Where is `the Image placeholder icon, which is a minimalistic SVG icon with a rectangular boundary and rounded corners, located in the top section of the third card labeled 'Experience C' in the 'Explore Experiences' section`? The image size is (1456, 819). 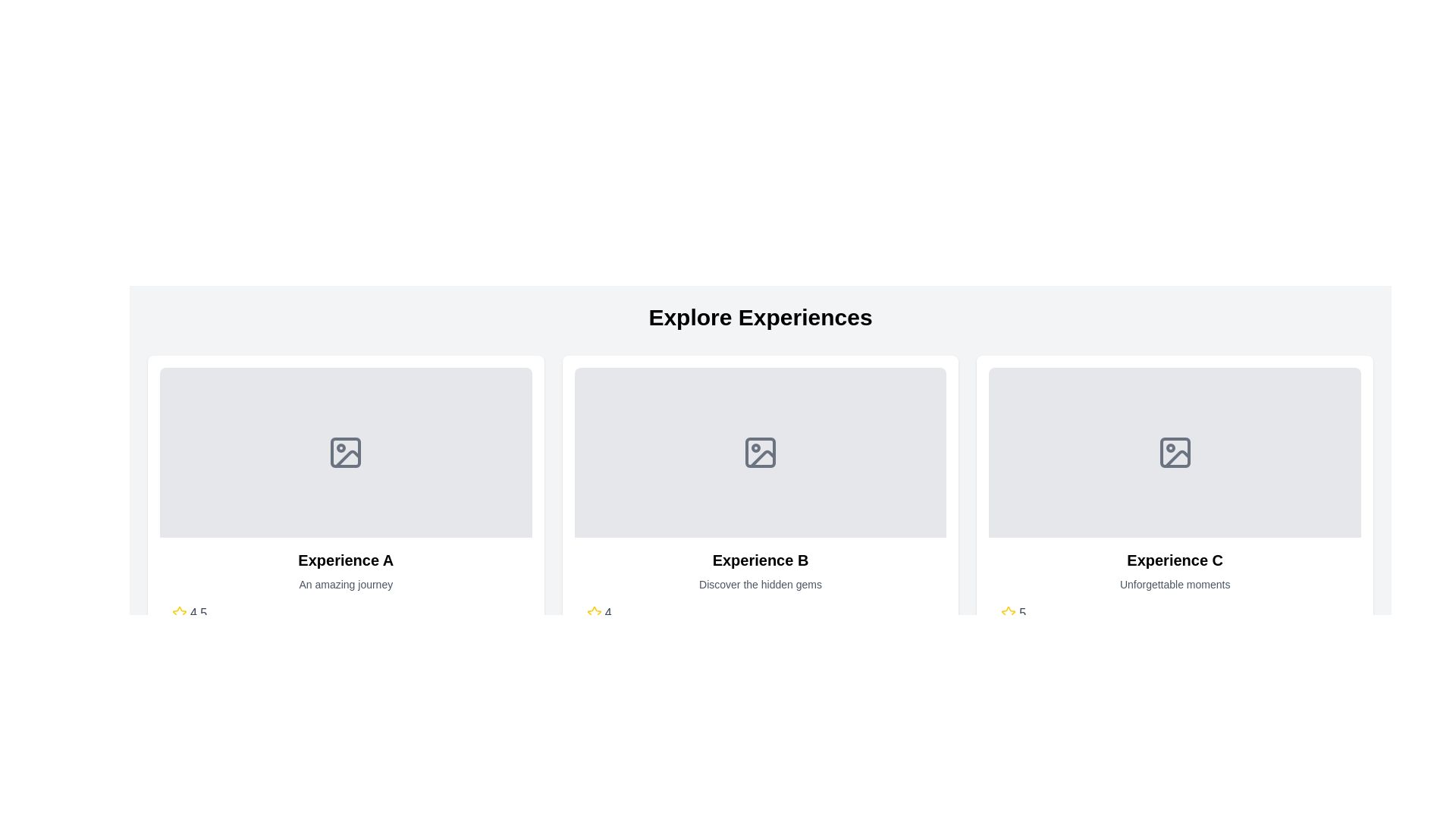 the Image placeholder icon, which is a minimalistic SVG icon with a rectangular boundary and rounded corners, located in the top section of the third card labeled 'Experience C' in the 'Explore Experiences' section is located at coordinates (1174, 452).